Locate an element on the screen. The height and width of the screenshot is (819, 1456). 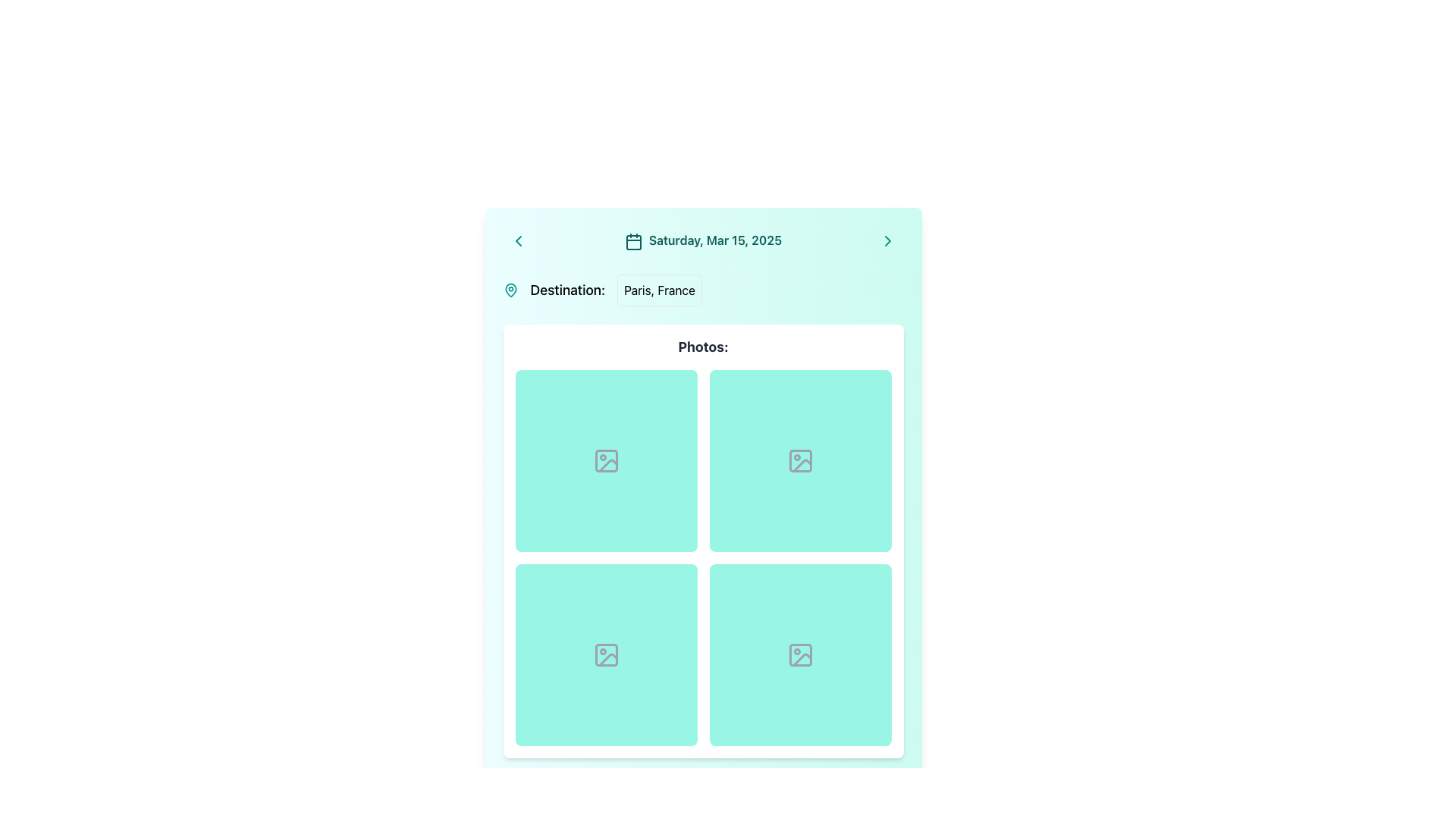
the SVG rectangle within the calendar icon located at the top center of the interface, slightly to the left of the main date text is located at coordinates (633, 241).